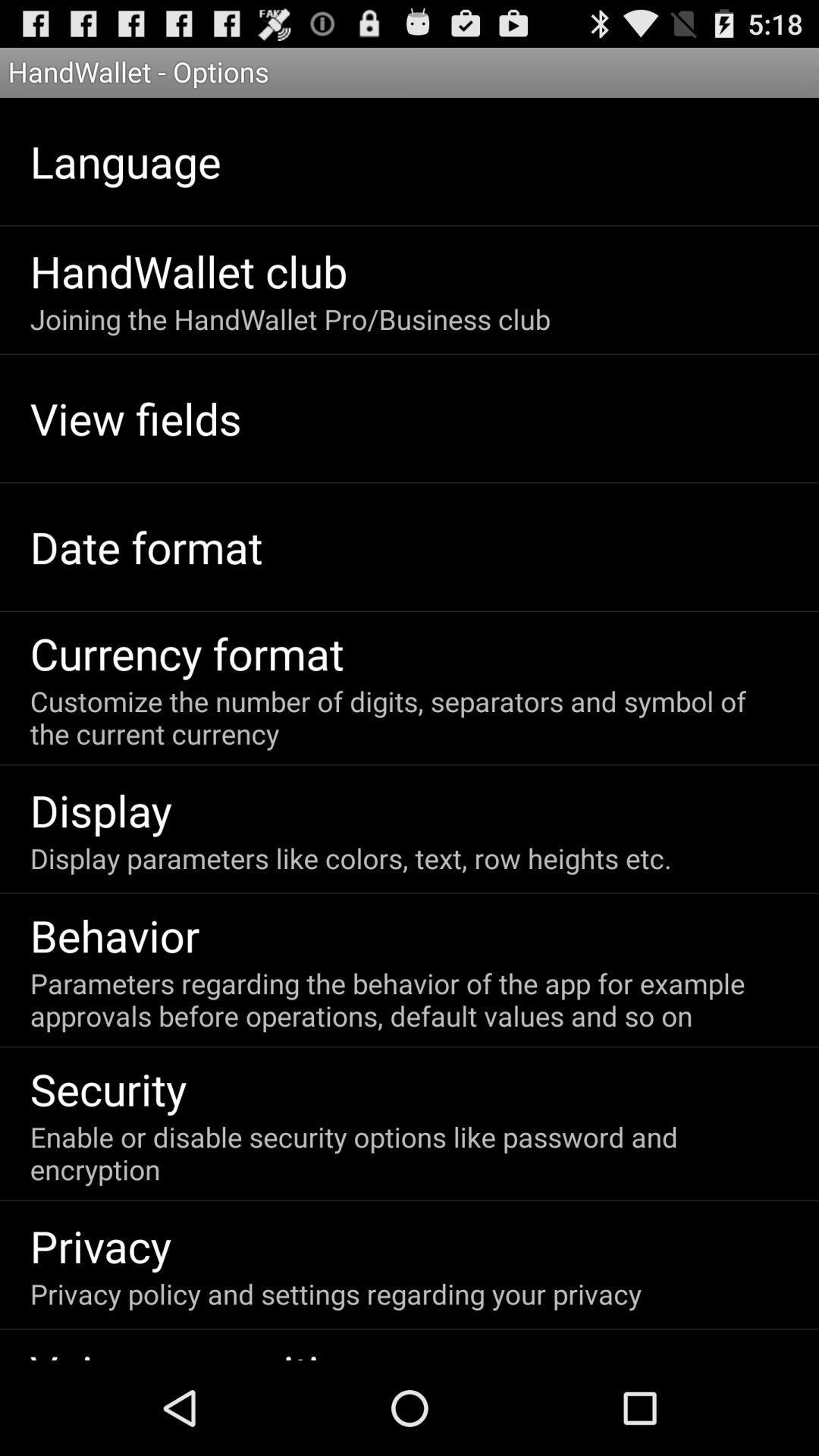  I want to click on date format icon, so click(146, 546).